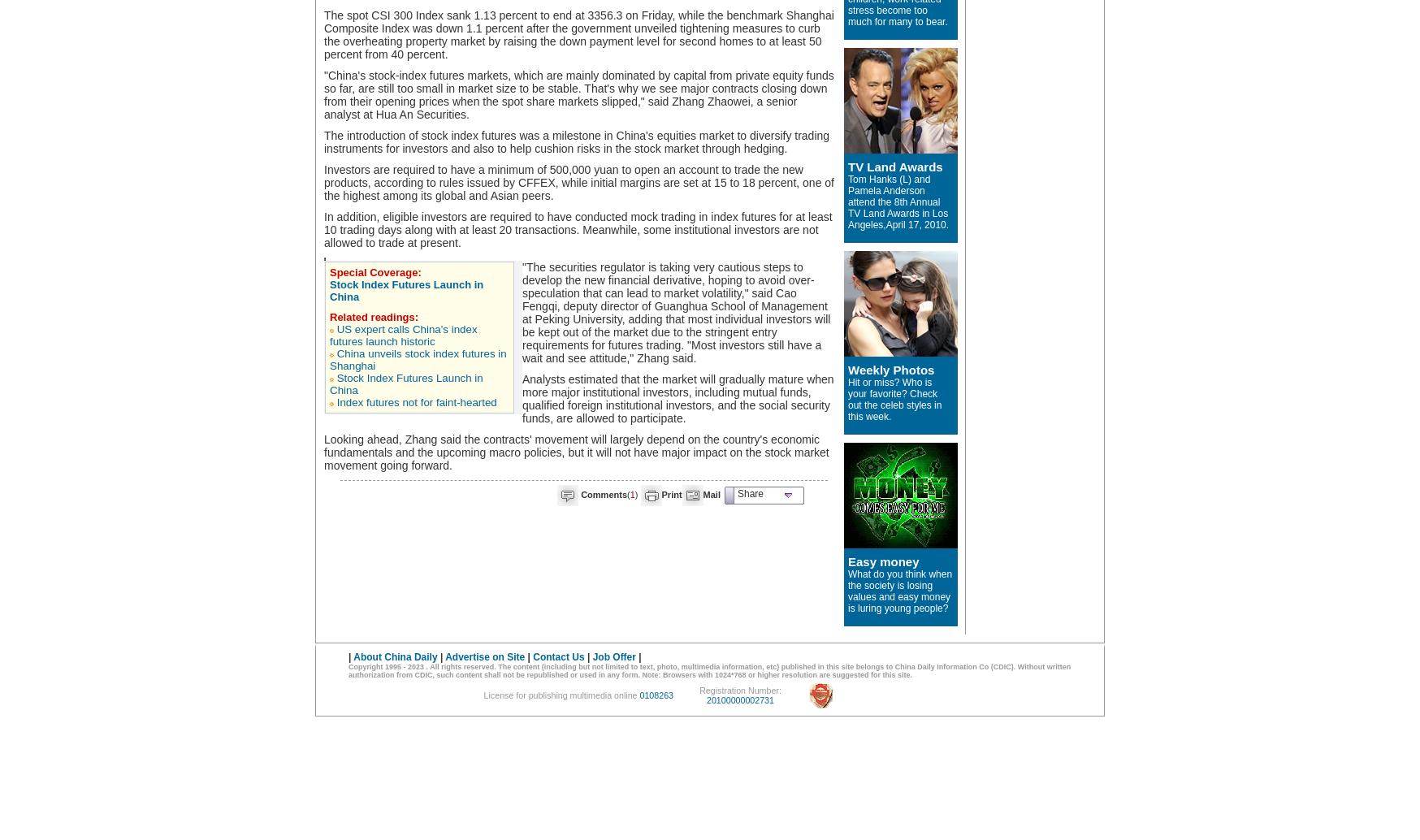 This screenshot has height=840, width=1420. What do you see at coordinates (631, 493) in the screenshot?
I see `'1'` at bounding box center [631, 493].